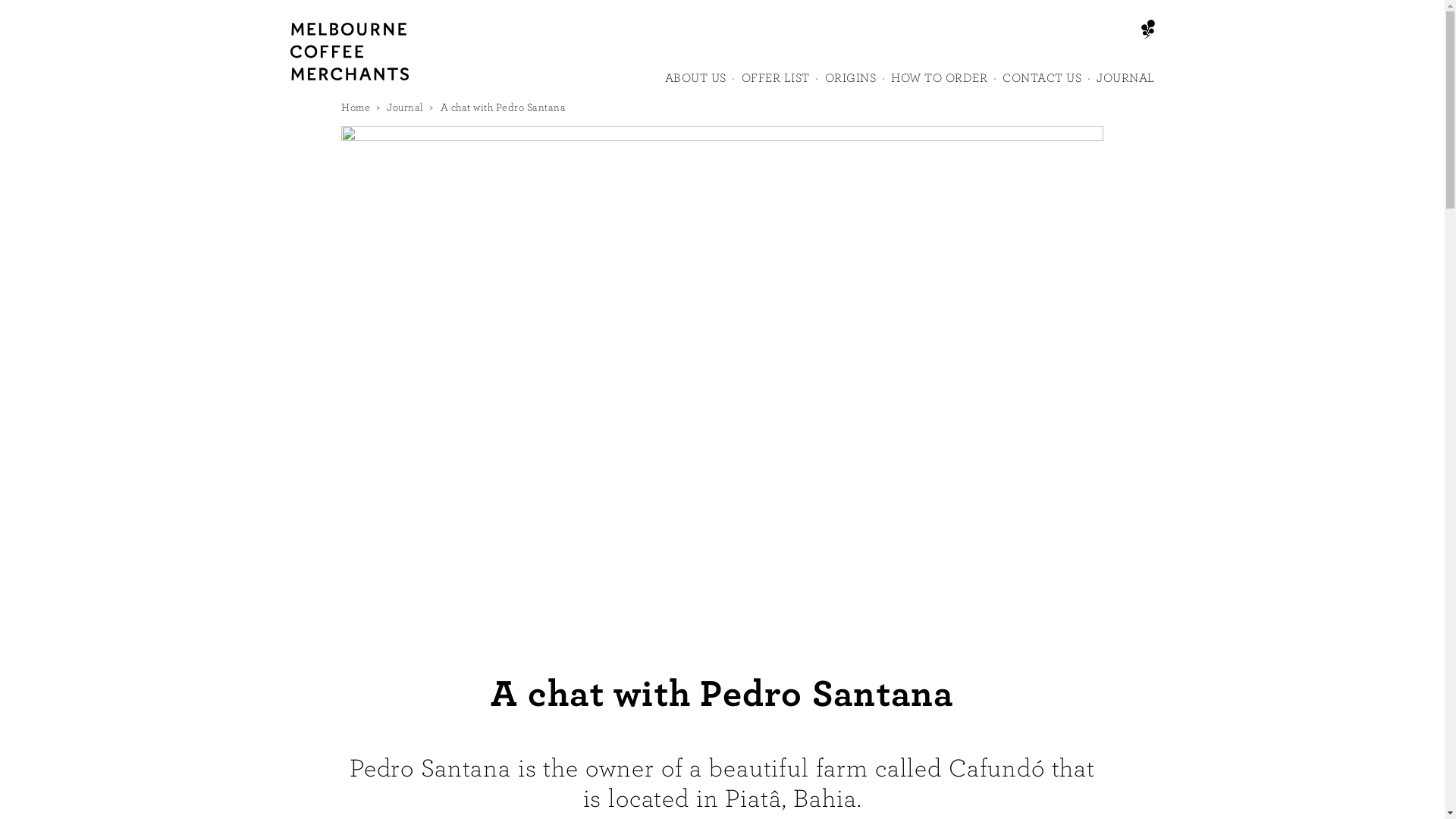  I want to click on 'OFFER LIST', so click(775, 84).